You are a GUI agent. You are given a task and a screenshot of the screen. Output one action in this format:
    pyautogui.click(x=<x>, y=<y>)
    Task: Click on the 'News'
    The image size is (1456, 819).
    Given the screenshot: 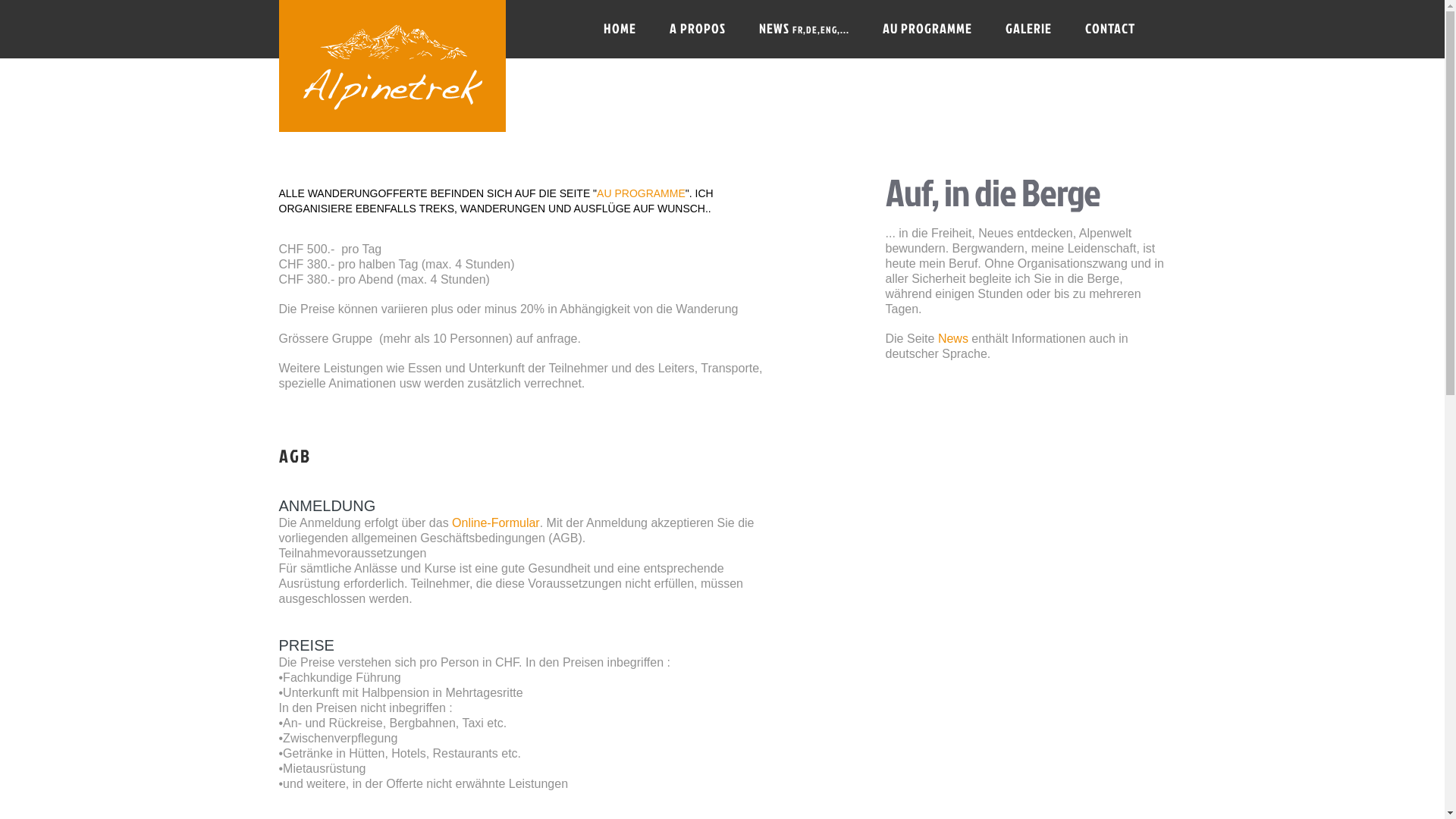 What is the action you would take?
    pyautogui.click(x=952, y=337)
    